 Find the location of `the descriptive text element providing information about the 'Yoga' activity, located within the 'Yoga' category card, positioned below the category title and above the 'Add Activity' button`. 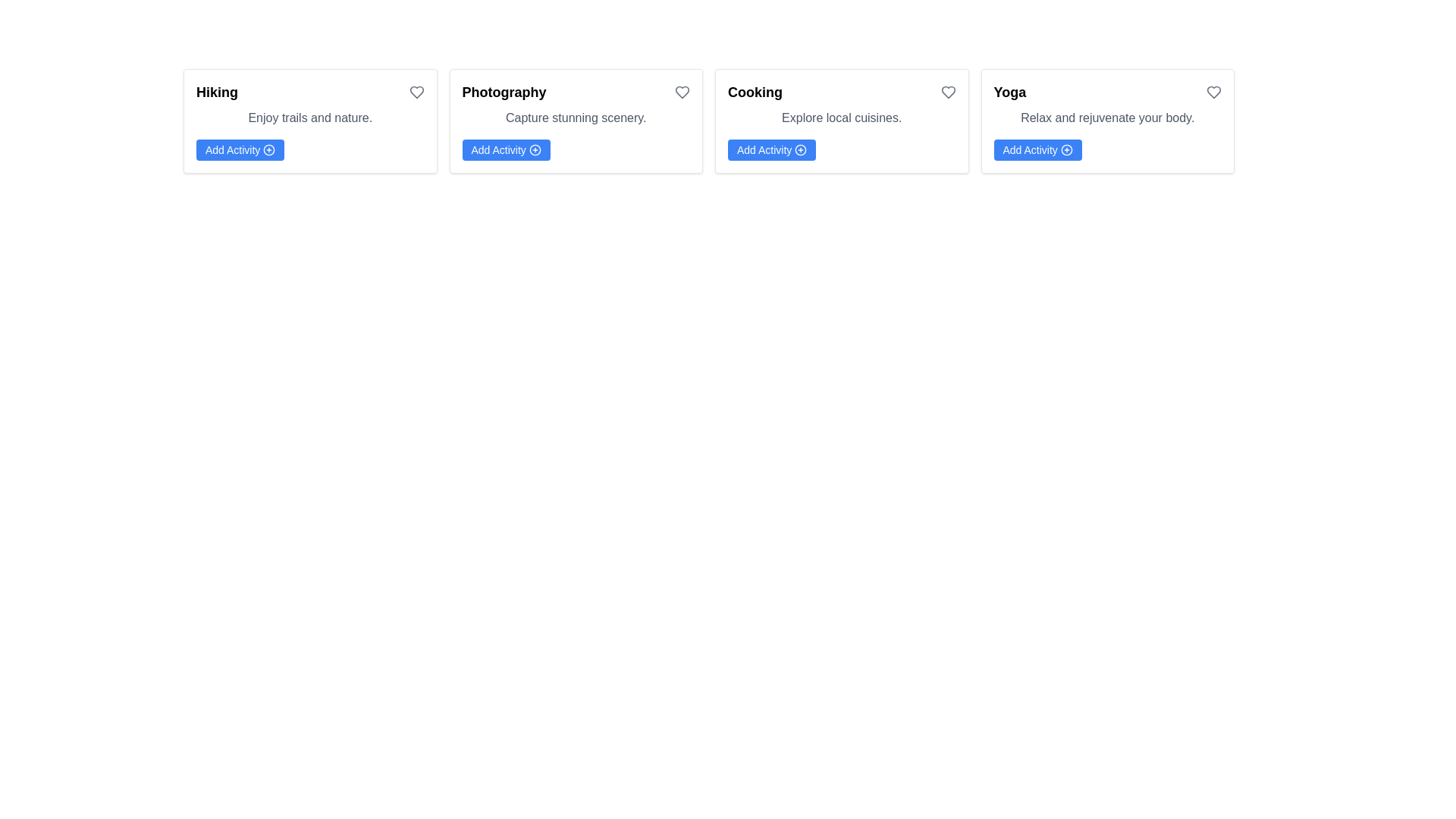

the descriptive text element providing information about the 'Yoga' activity, located within the 'Yoga' category card, positioned below the category title and above the 'Add Activity' button is located at coordinates (1107, 117).